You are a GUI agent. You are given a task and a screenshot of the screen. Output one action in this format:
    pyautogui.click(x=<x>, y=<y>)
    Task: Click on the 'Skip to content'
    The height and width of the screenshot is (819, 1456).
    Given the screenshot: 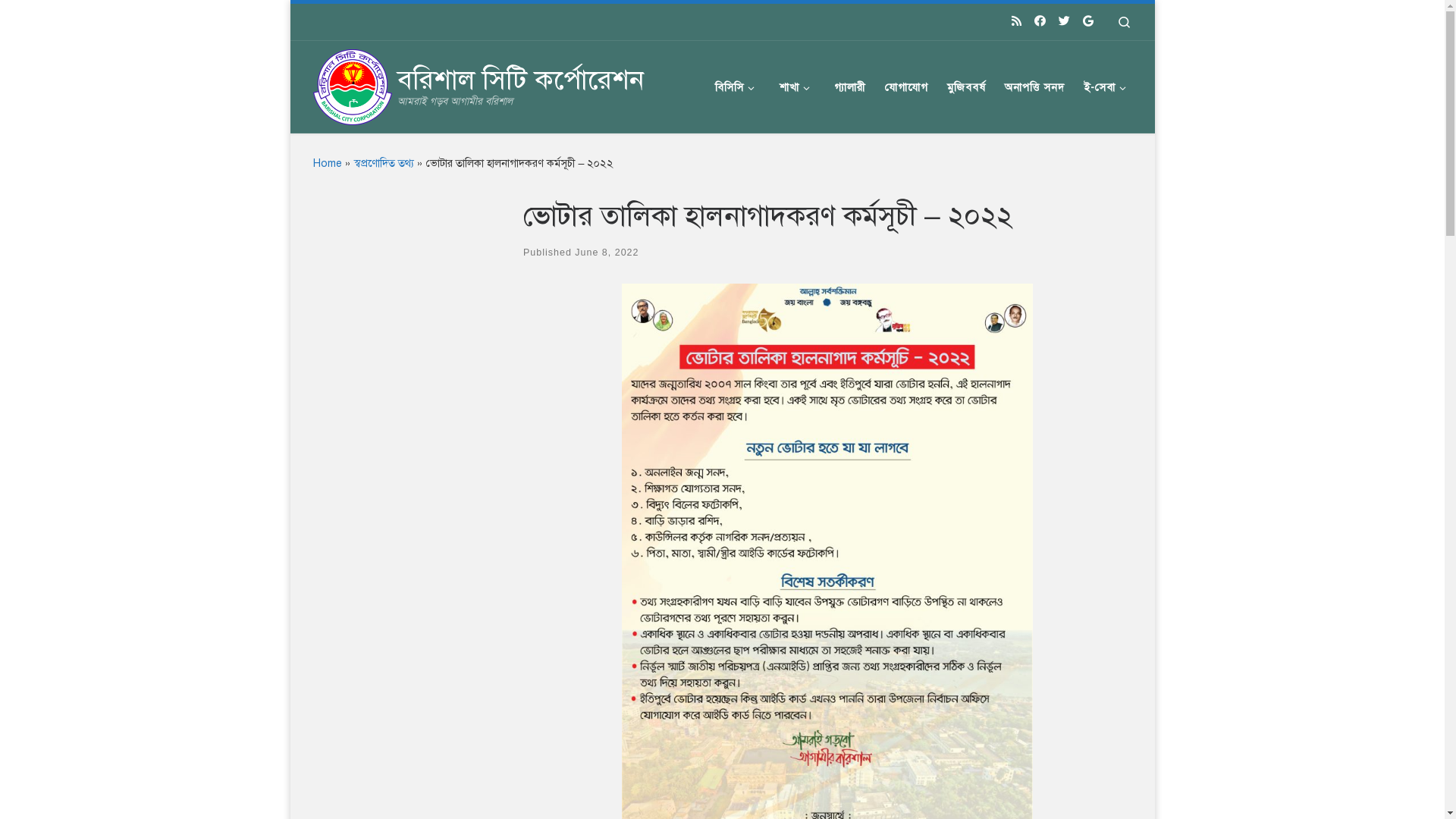 What is the action you would take?
    pyautogui.click(x=61, y=20)
    